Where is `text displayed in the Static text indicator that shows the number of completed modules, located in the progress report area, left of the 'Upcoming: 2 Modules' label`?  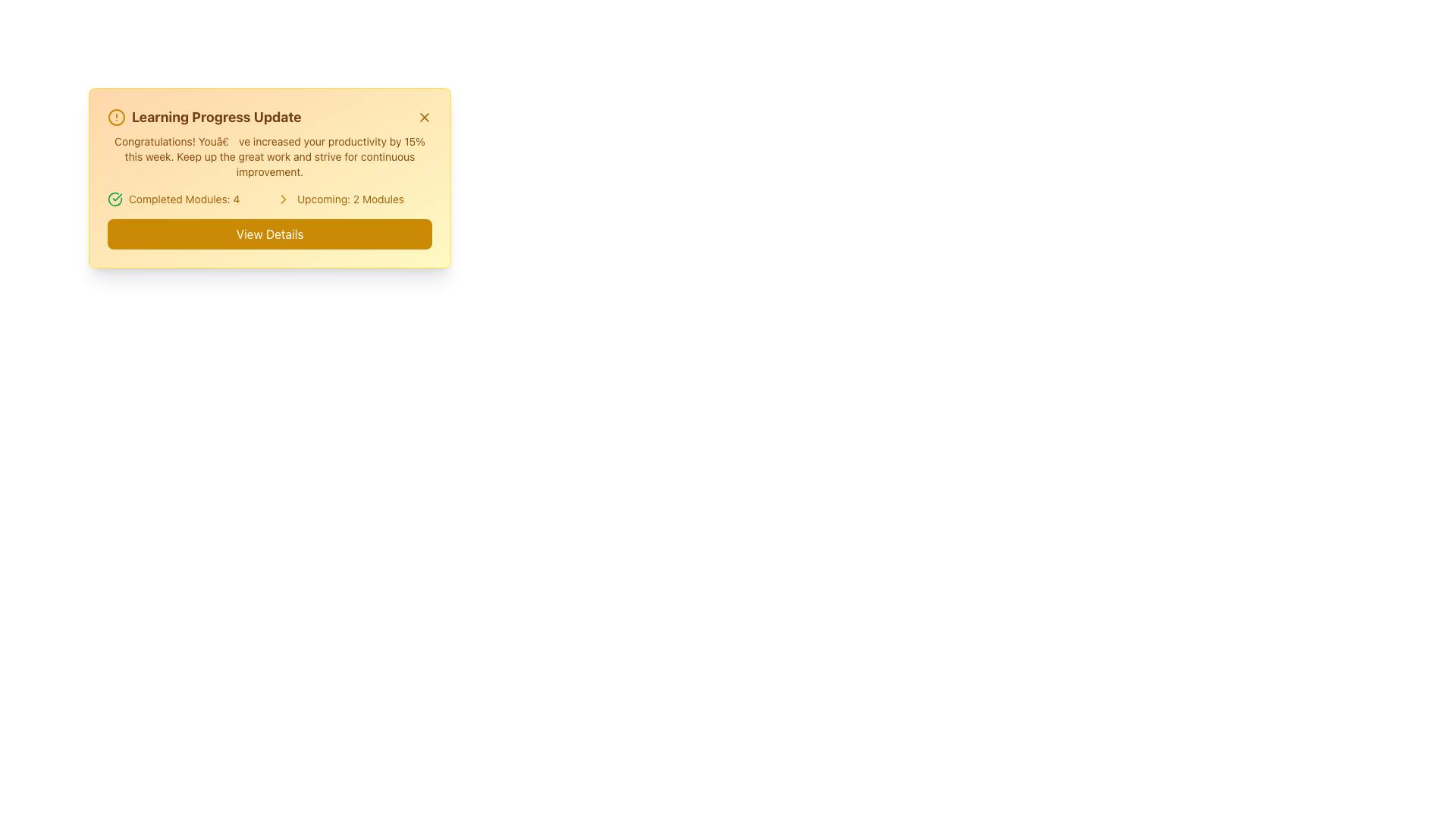
text displayed in the Static text indicator that shows the number of completed modules, located in the progress report area, left of the 'Upcoming: 2 Modules' label is located at coordinates (184, 198).